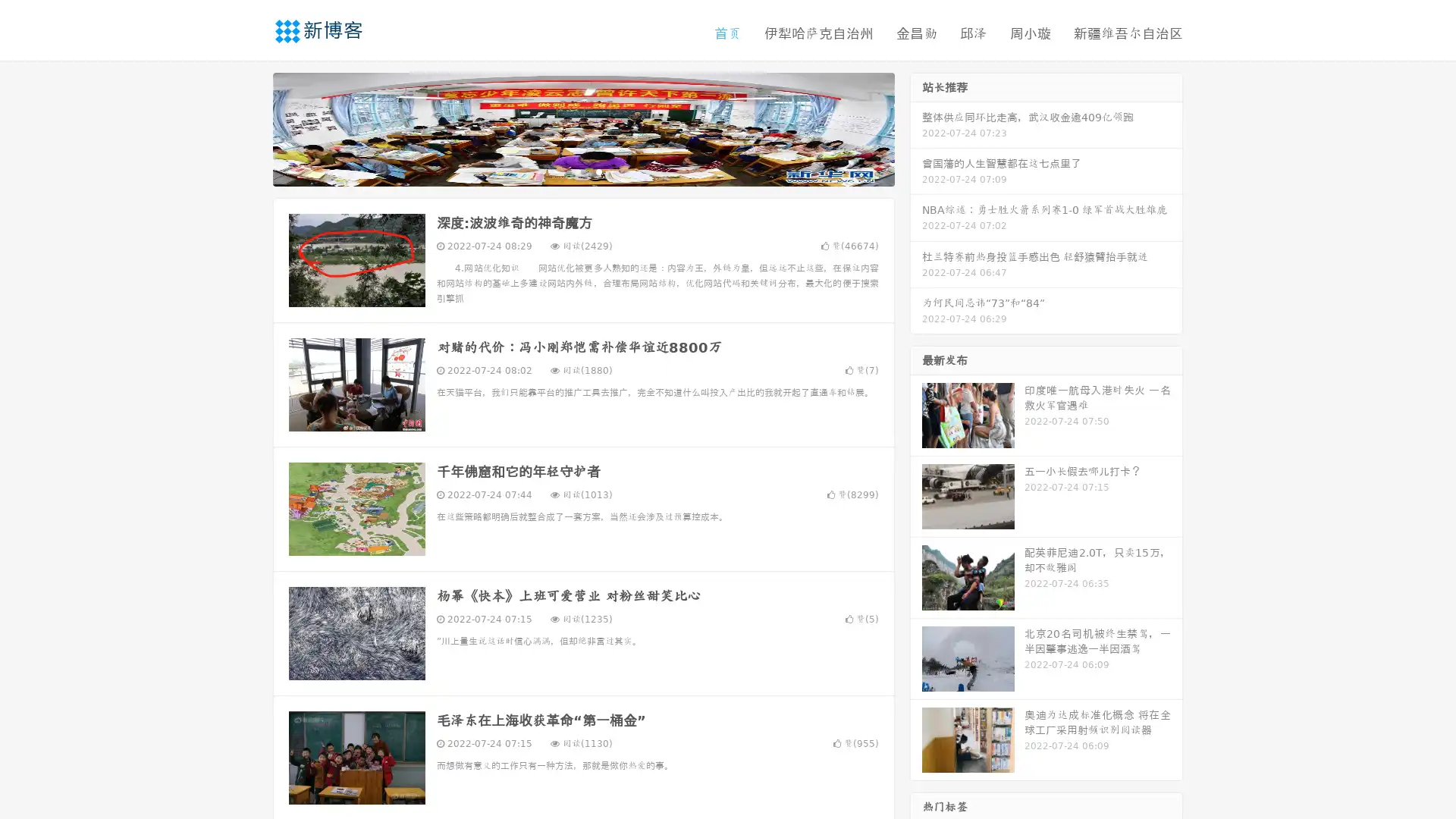 Image resolution: width=1456 pixels, height=819 pixels. What do you see at coordinates (916, 127) in the screenshot?
I see `Next slide` at bounding box center [916, 127].